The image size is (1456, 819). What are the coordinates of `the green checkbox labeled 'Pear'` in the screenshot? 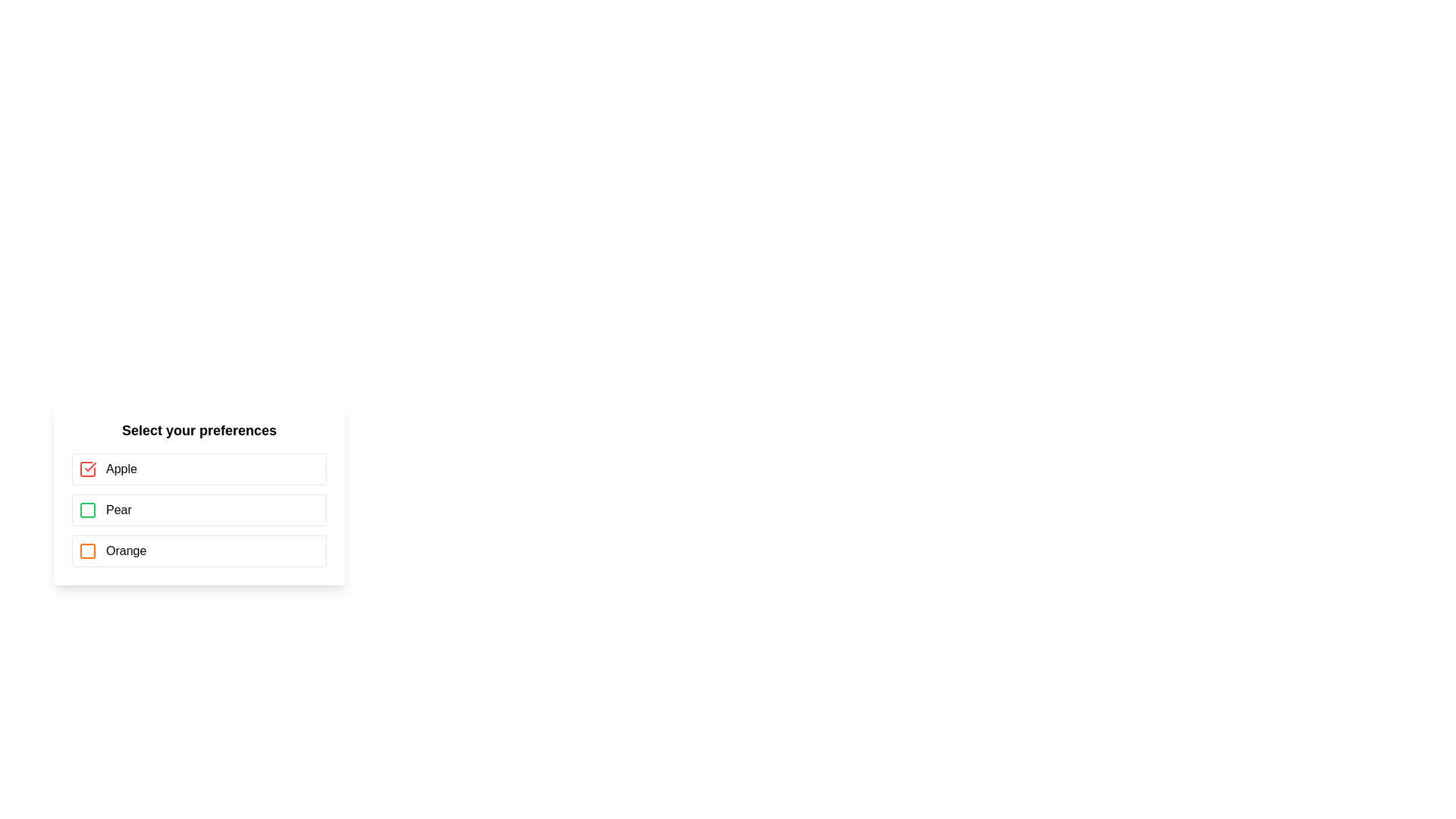 It's located at (199, 510).